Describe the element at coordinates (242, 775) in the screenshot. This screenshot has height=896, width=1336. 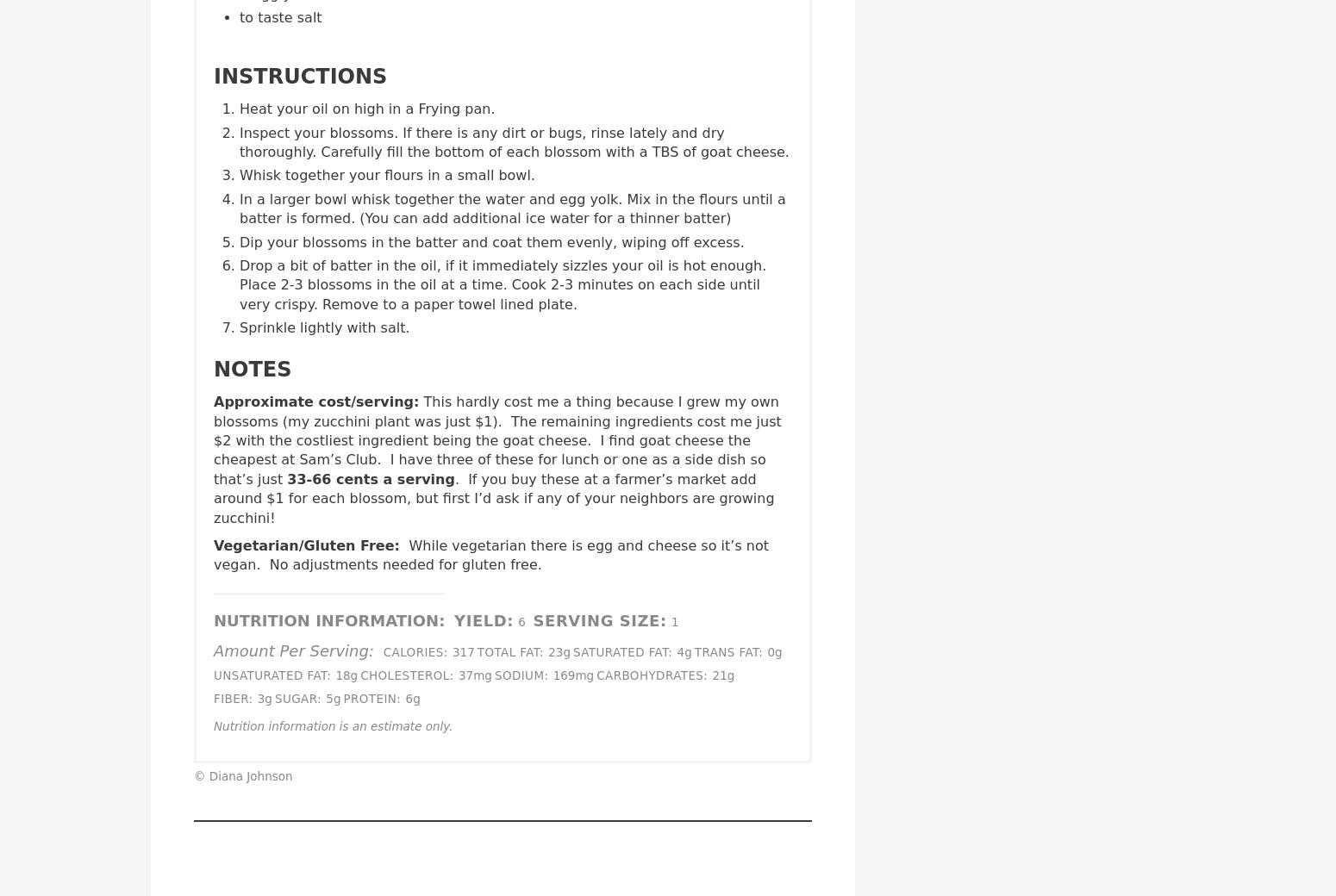
I see `'© Diana Johnson'` at that location.